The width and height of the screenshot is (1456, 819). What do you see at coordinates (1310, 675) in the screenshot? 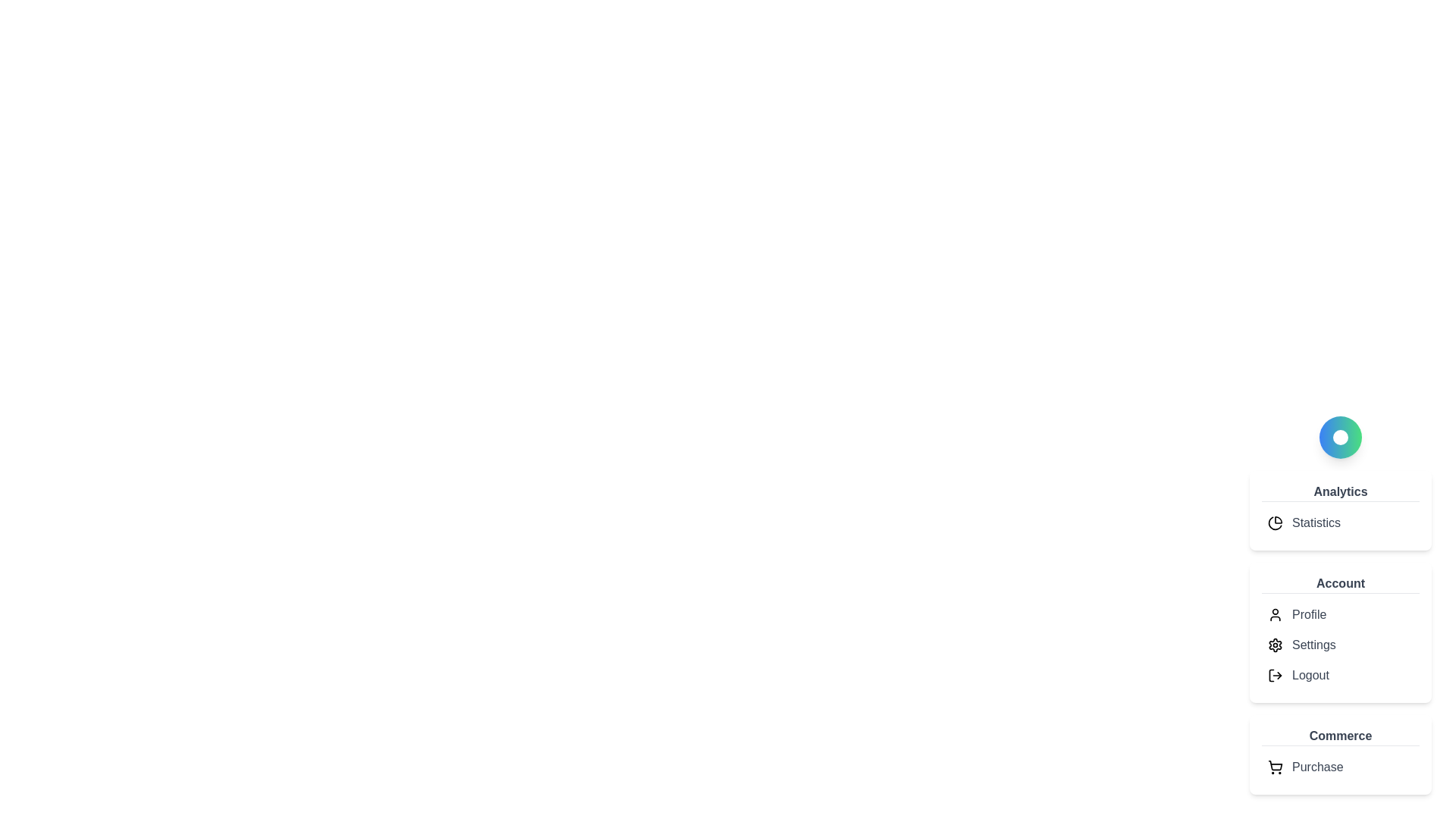
I see `the 'Logout' option in the Account category` at bounding box center [1310, 675].